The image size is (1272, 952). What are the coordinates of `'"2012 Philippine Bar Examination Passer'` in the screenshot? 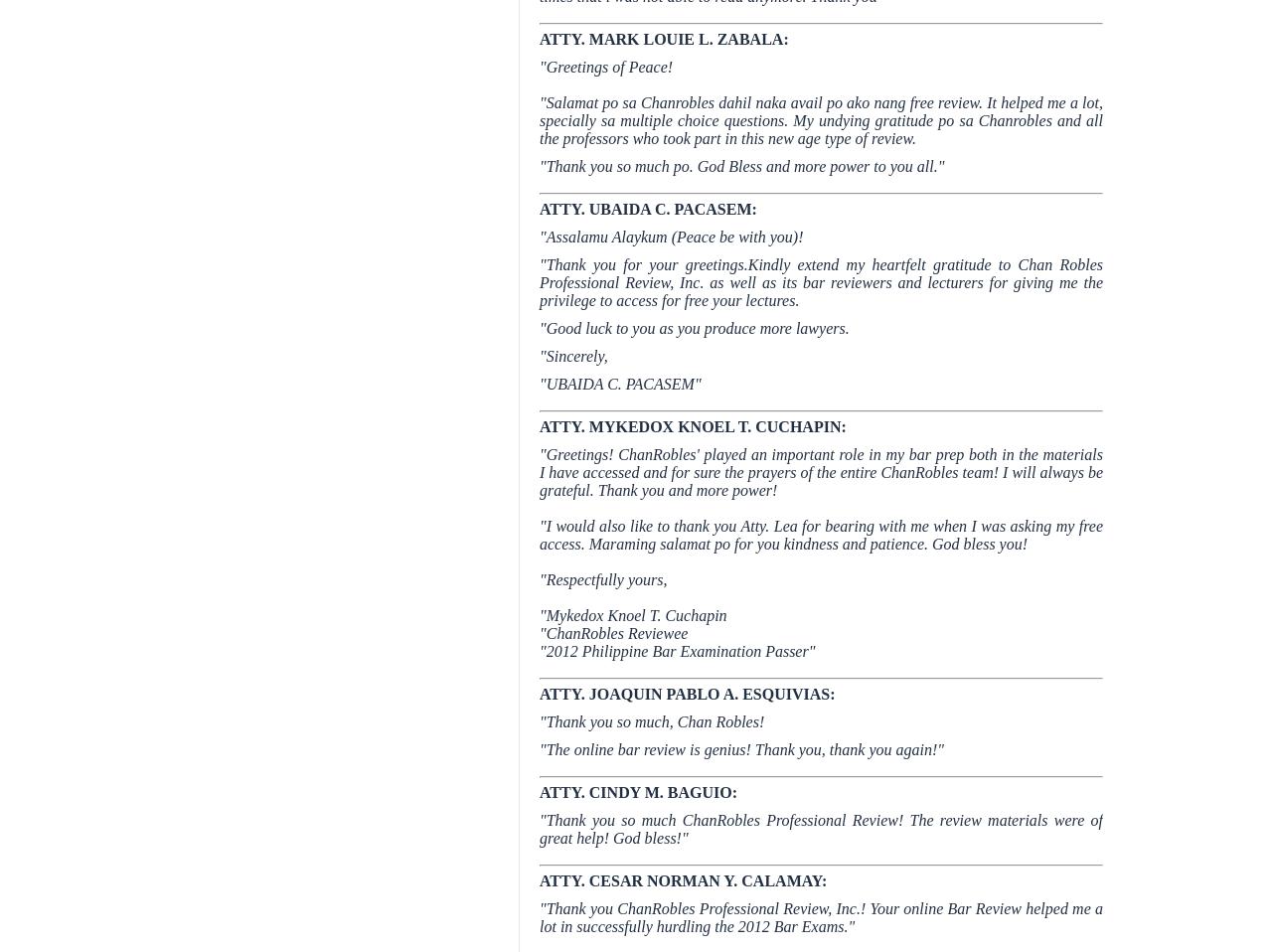 It's located at (539, 650).